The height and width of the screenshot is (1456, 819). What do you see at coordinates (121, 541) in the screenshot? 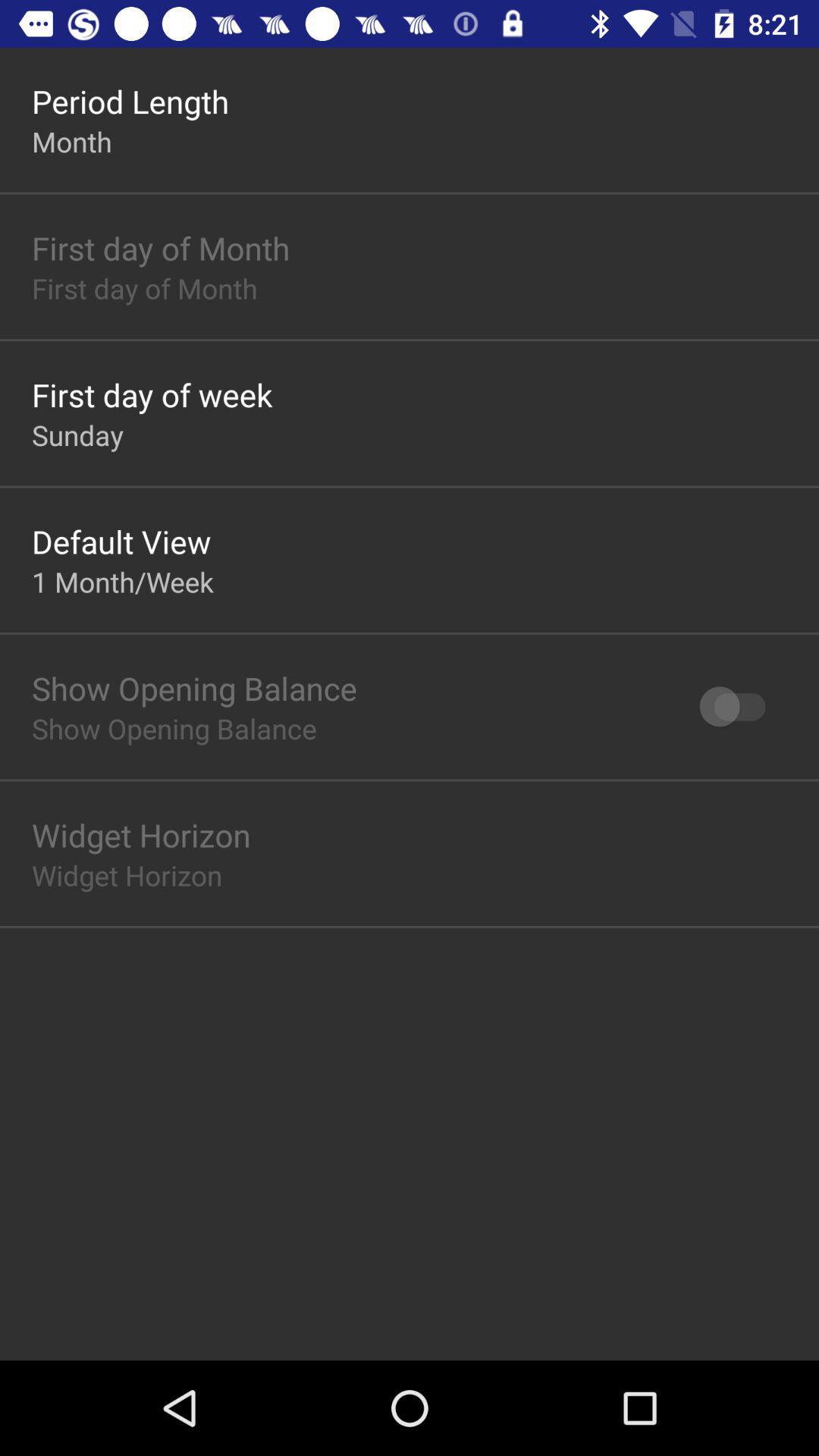
I see `default view` at bounding box center [121, 541].